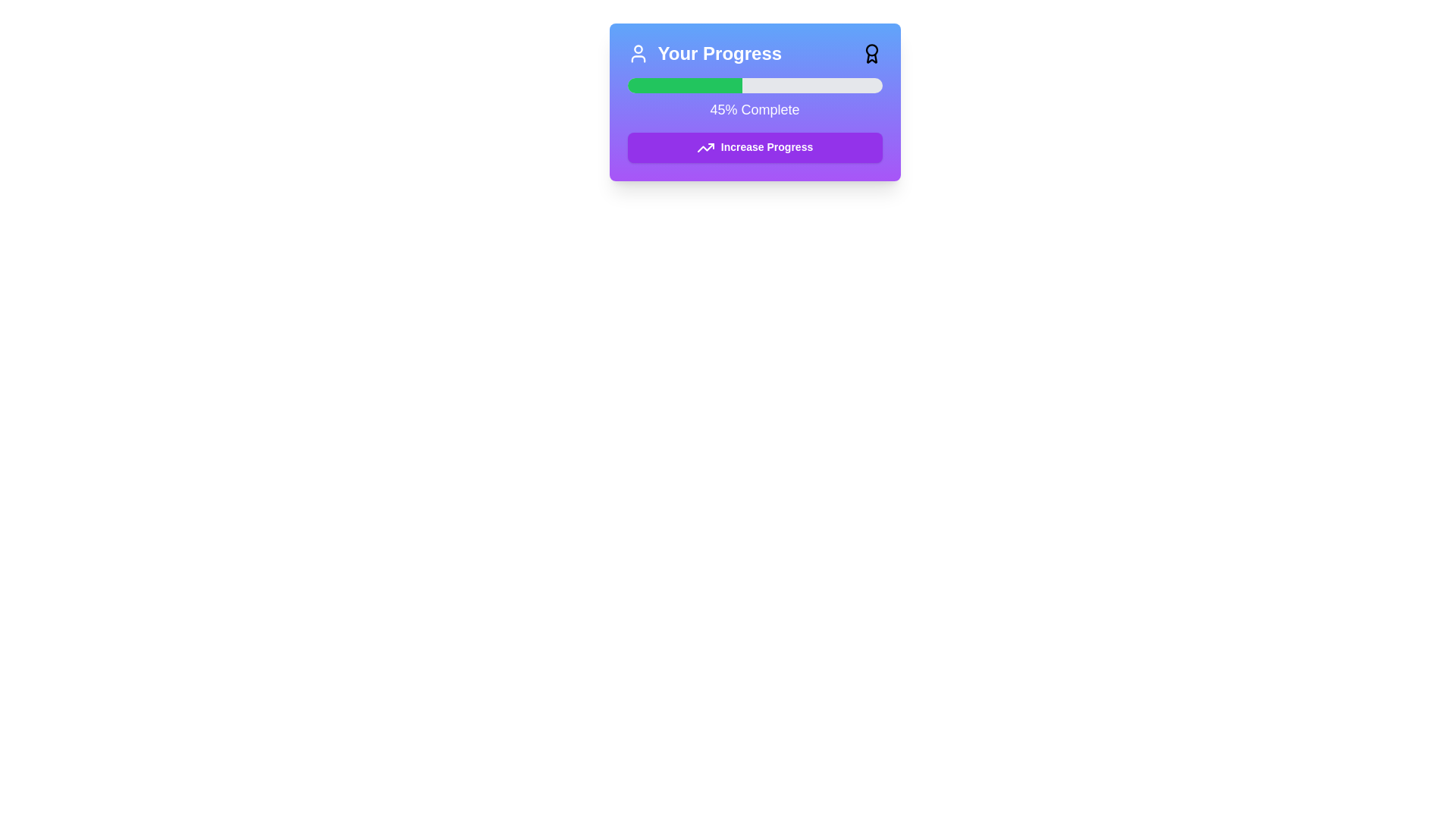  I want to click on the center circle within the medal icon at the top-right corner of the blue section header labeled 'Your Progress', so click(871, 49).